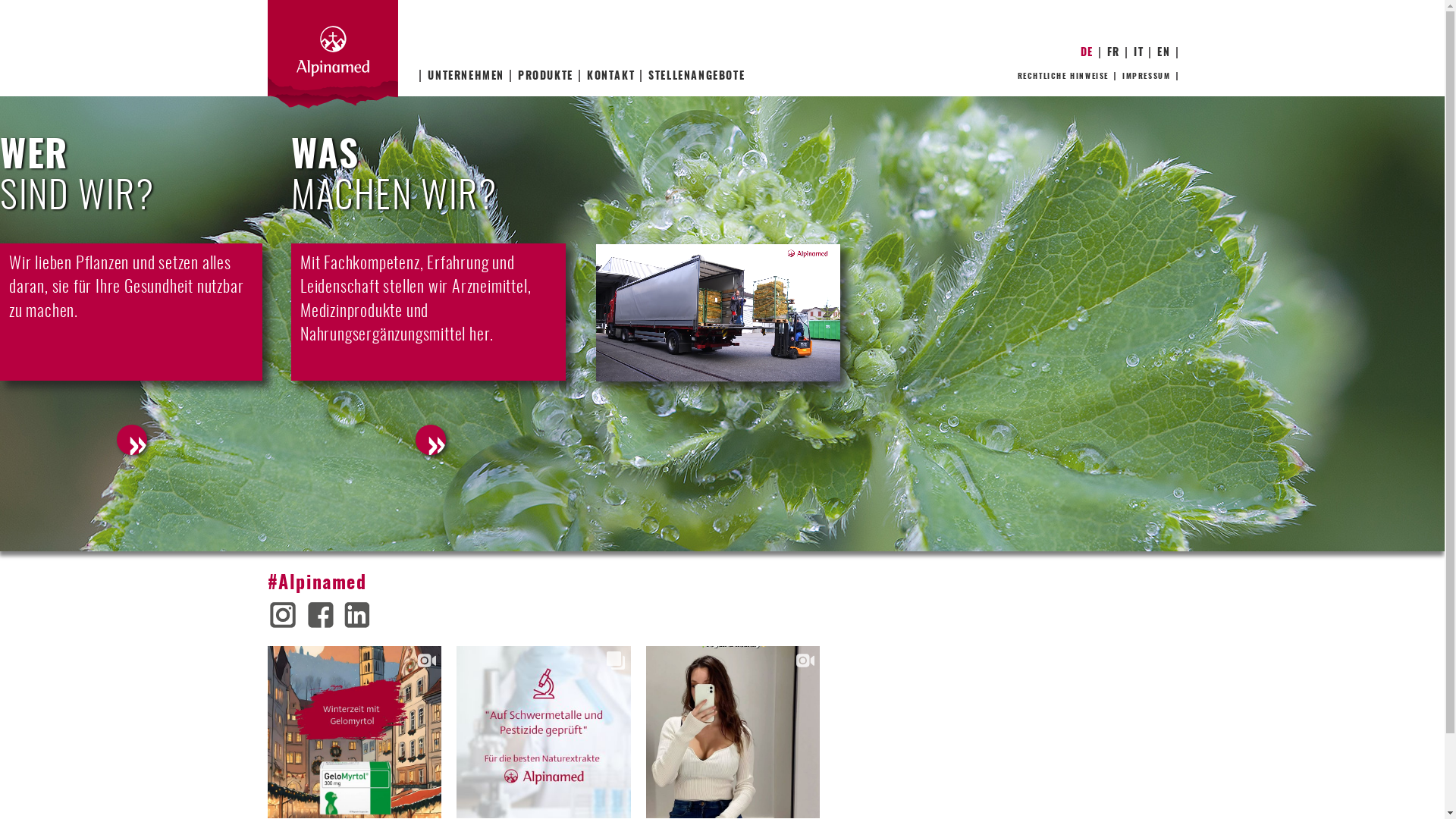 The height and width of the screenshot is (819, 1456). Describe the element at coordinates (1113, 52) in the screenshot. I see `'FR'` at that location.